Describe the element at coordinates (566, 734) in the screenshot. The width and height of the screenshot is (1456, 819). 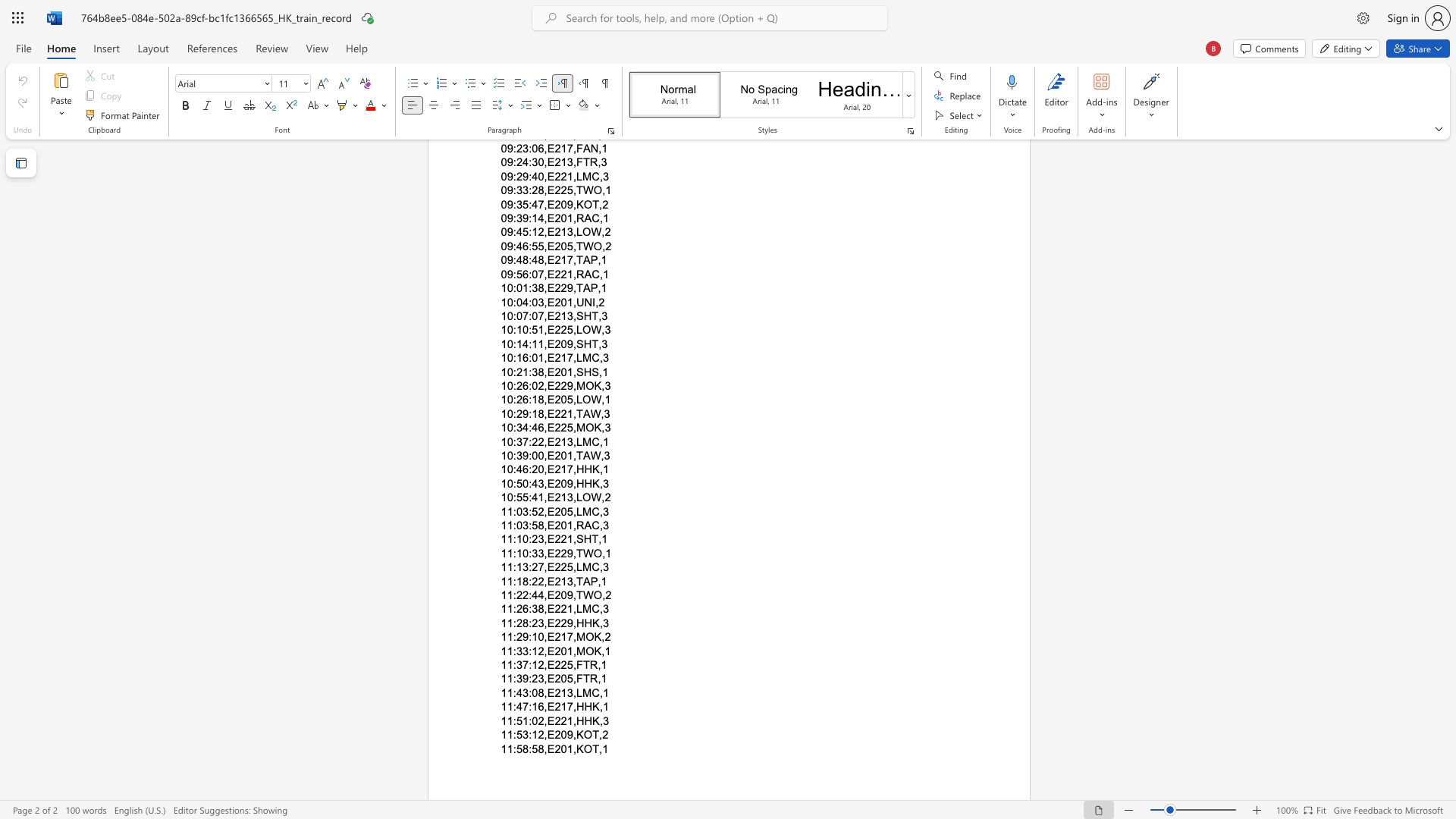
I see `the space between the continuous character "0" and "9" in the text` at that location.